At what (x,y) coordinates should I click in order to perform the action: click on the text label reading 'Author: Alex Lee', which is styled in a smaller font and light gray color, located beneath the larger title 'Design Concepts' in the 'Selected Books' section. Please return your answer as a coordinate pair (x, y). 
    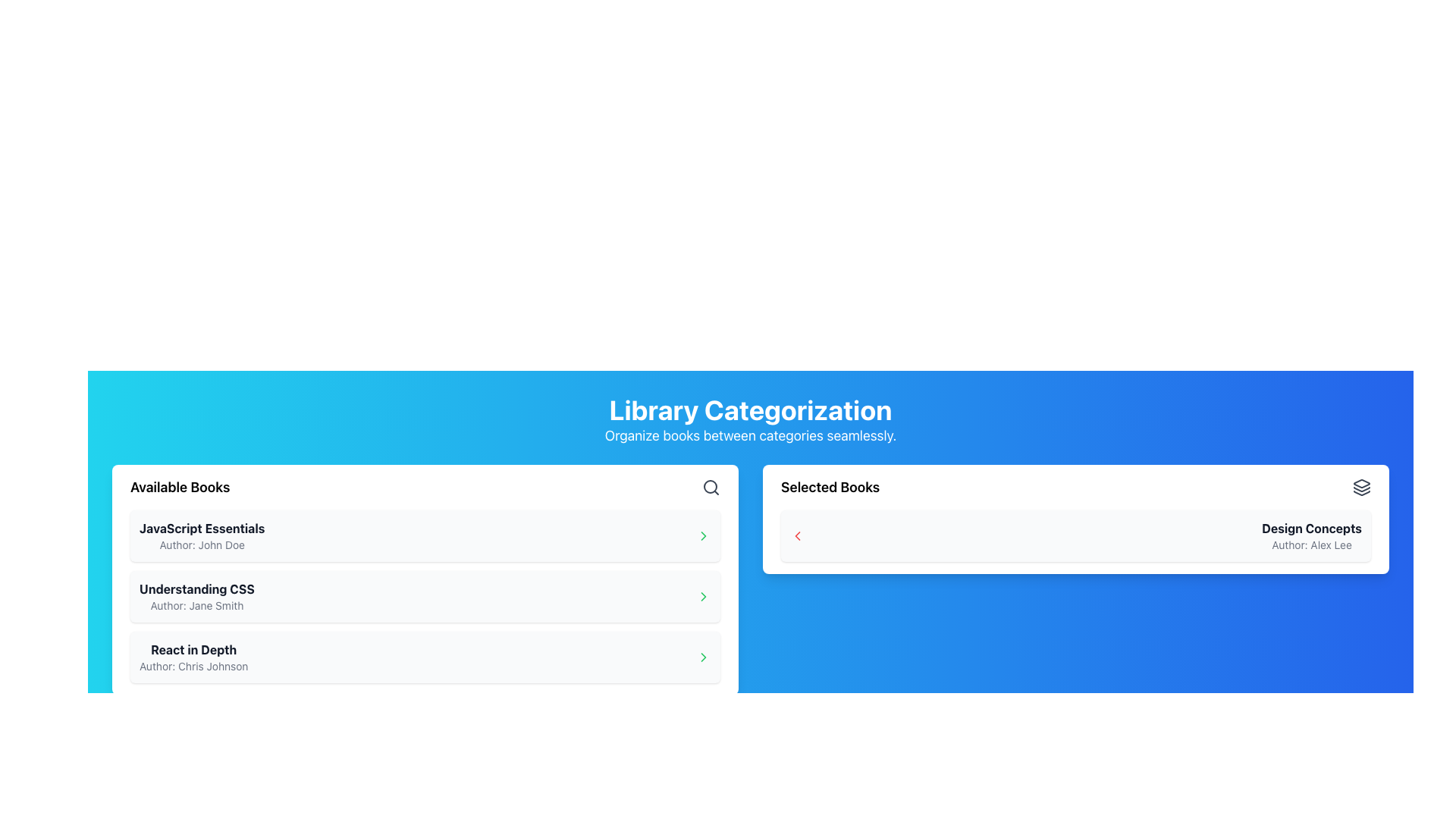
    Looking at the image, I should click on (1311, 544).